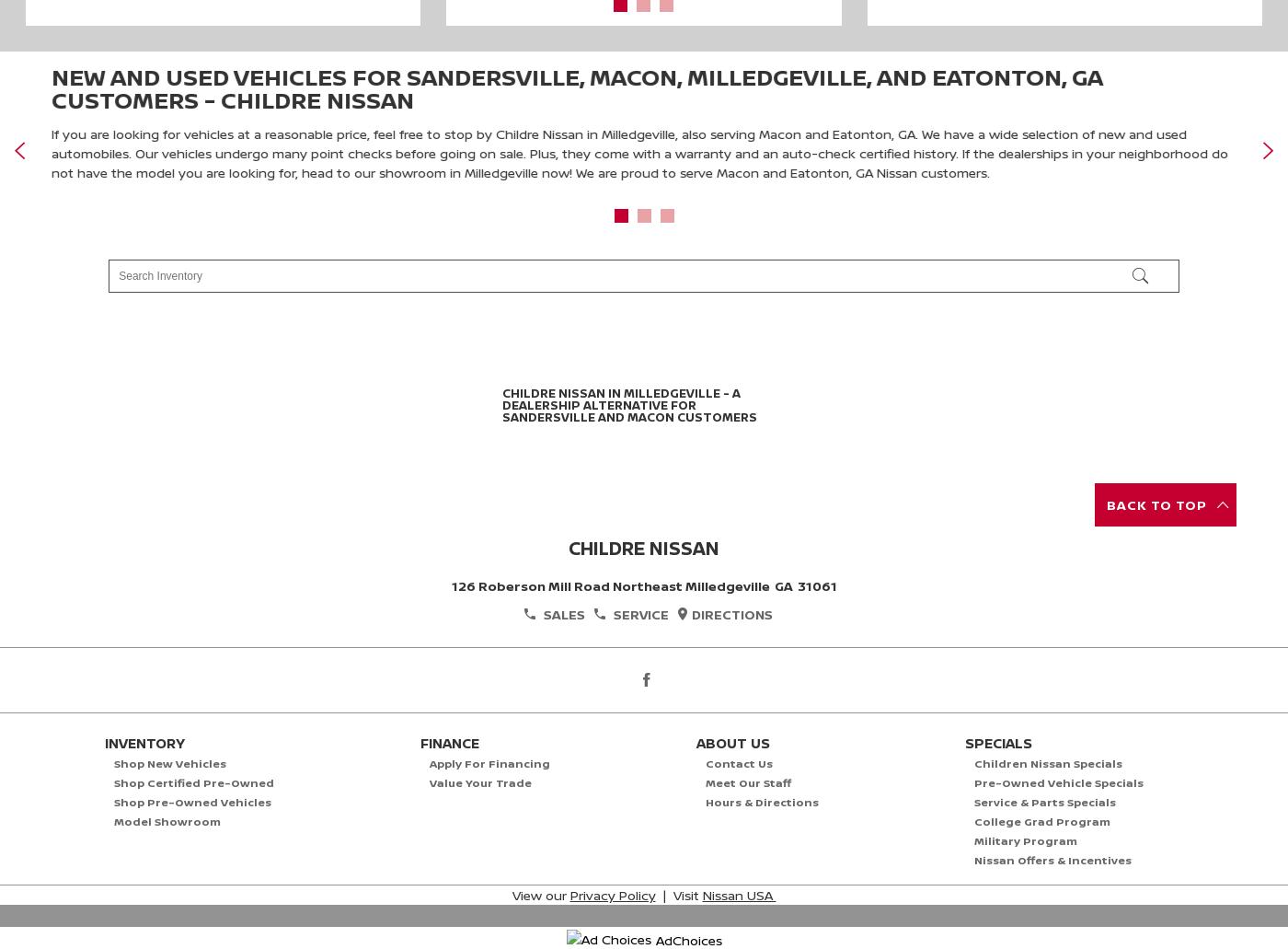 This screenshot has height=949, width=1288. What do you see at coordinates (655, 892) in the screenshot?
I see `'|  Visit'` at bounding box center [655, 892].